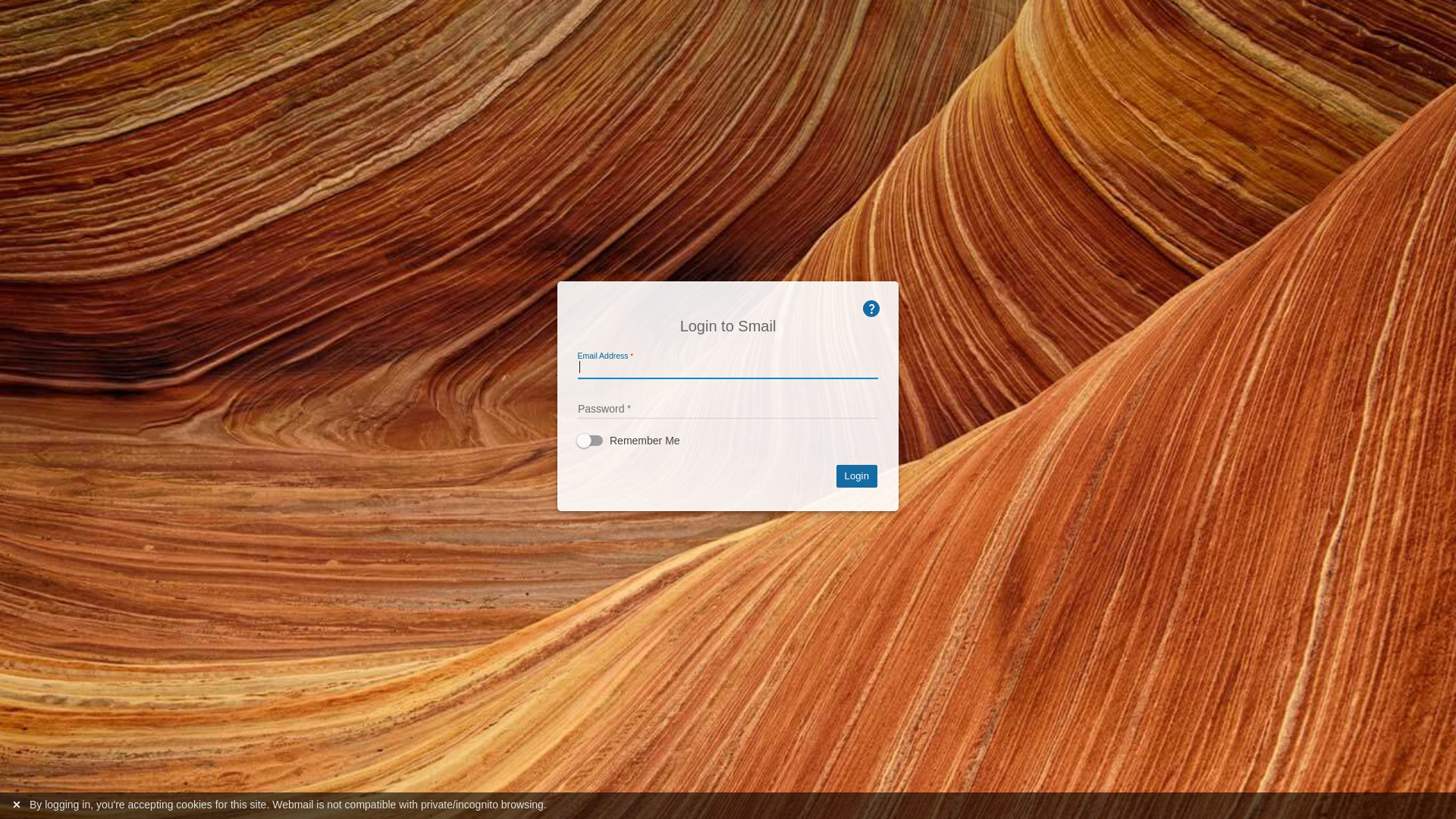 The image size is (1456, 819). I want to click on 'Login', so click(856, 475).